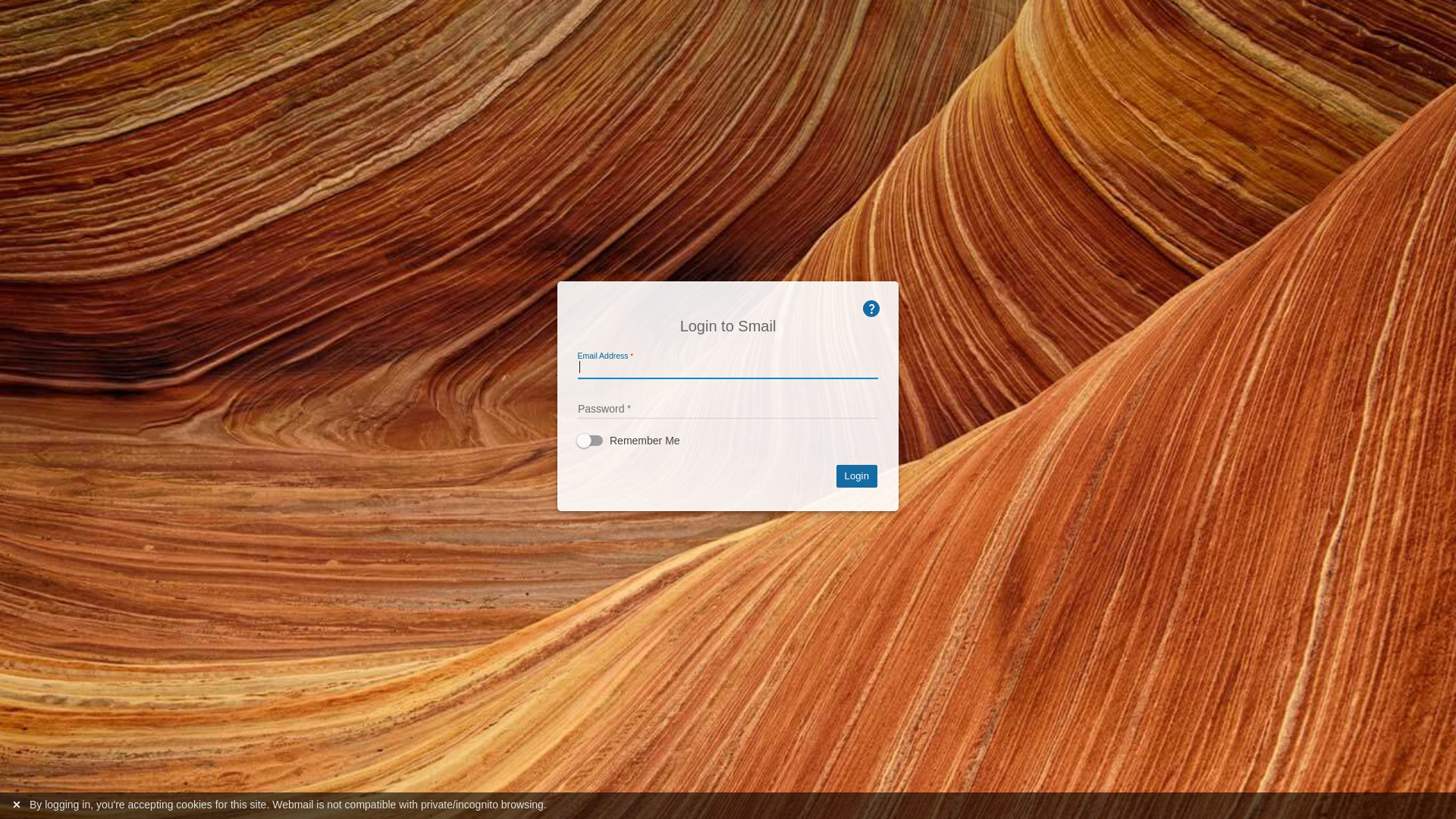 The image size is (1456, 819). I want to click on 'Login', so click(856, 475).